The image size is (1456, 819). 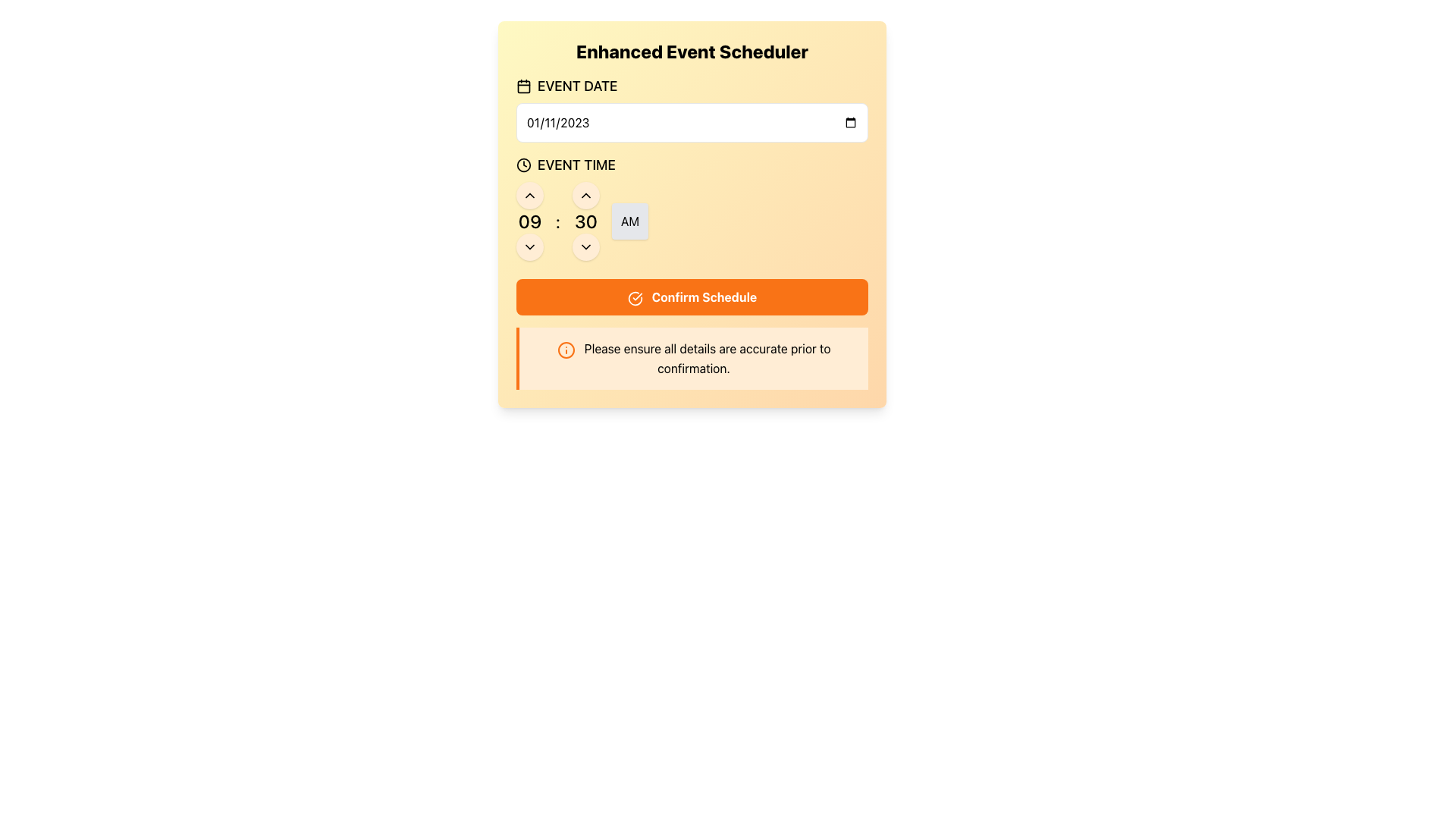 What do you see at coordinates (565, 350) in the screenshot?
I see `the circular orange information icon with a stylized 'i' inside, located in the warning box at the bottom left of the form` at bounding box center [565, 350].